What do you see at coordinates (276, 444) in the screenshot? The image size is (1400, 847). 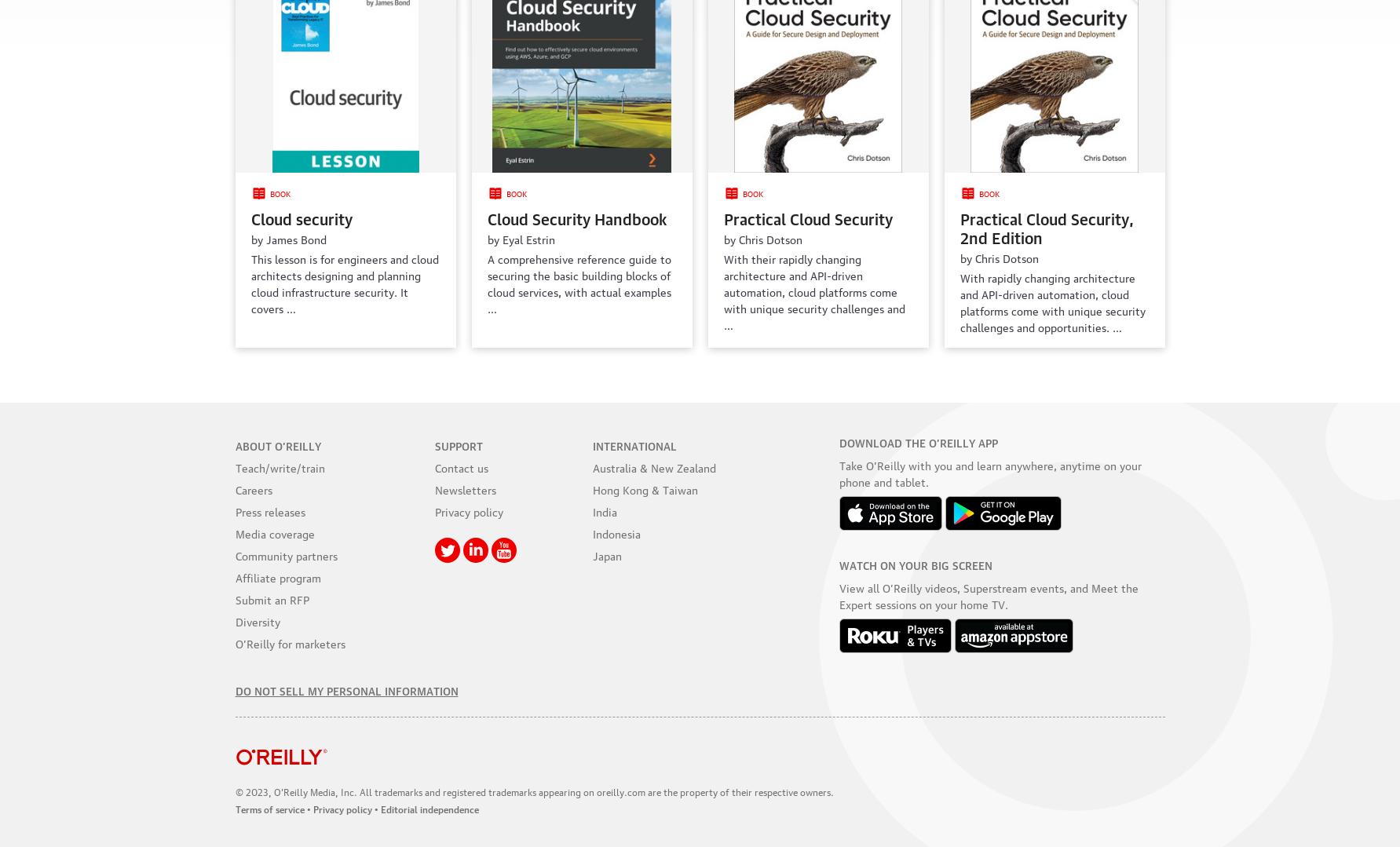 I see `'About O’Reilly'` at bounding box center [276, 444].